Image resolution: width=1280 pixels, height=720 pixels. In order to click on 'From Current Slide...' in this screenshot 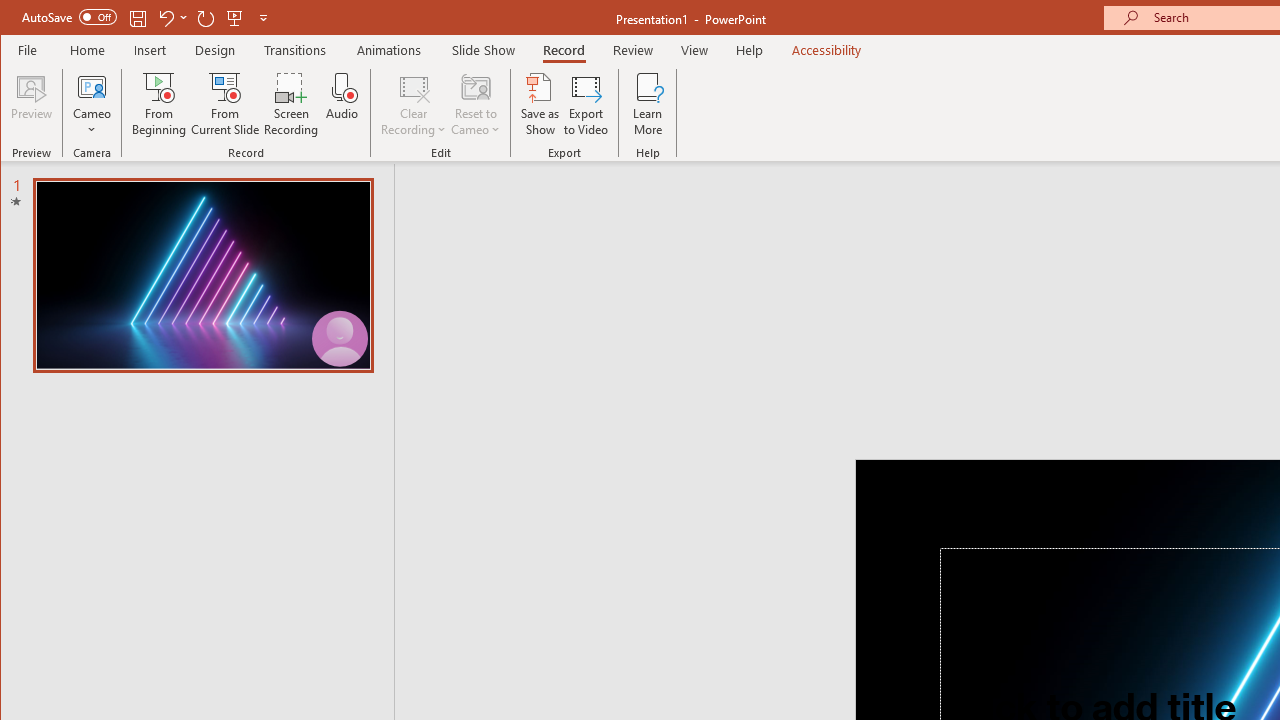, I will do `click(225, 104)`.